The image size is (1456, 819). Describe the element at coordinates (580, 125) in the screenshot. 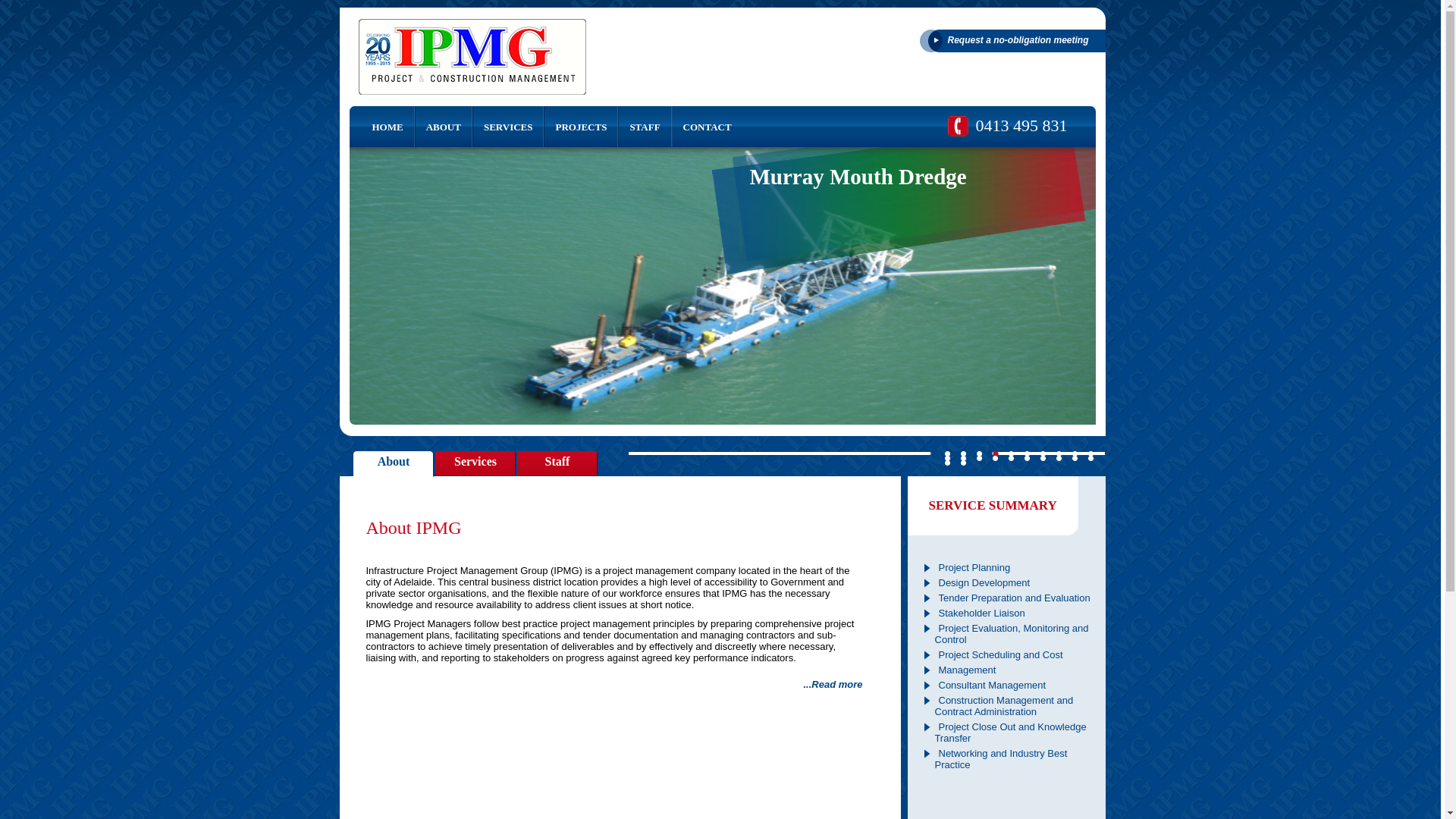

I see `'PROJECTS'` at that location.